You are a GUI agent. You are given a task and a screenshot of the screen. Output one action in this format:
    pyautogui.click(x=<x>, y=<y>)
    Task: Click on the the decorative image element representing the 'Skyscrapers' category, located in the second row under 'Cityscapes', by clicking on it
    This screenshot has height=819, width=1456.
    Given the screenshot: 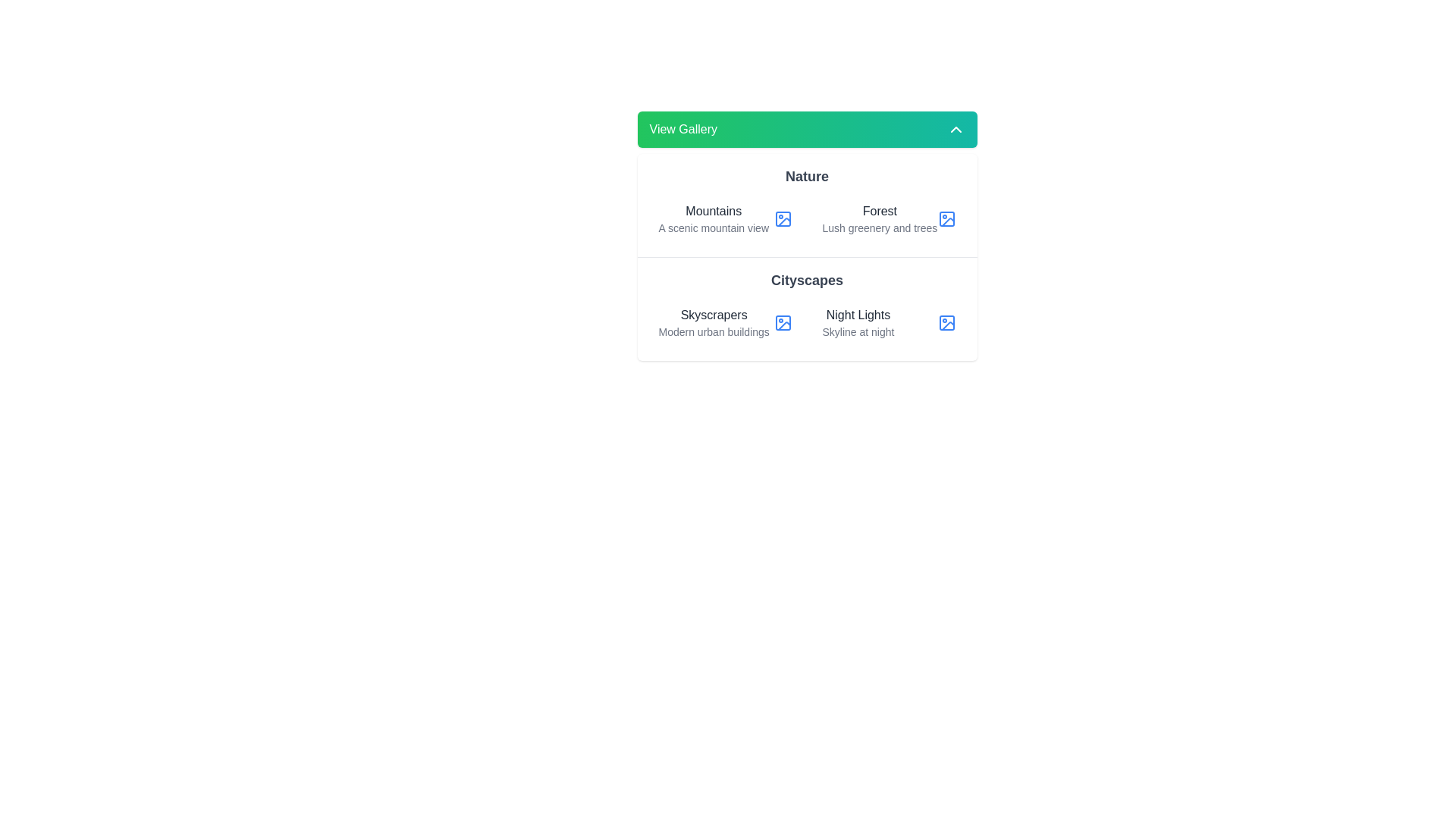 What is the action you would take?
    pyautogui.click(x=783, y=322)
    